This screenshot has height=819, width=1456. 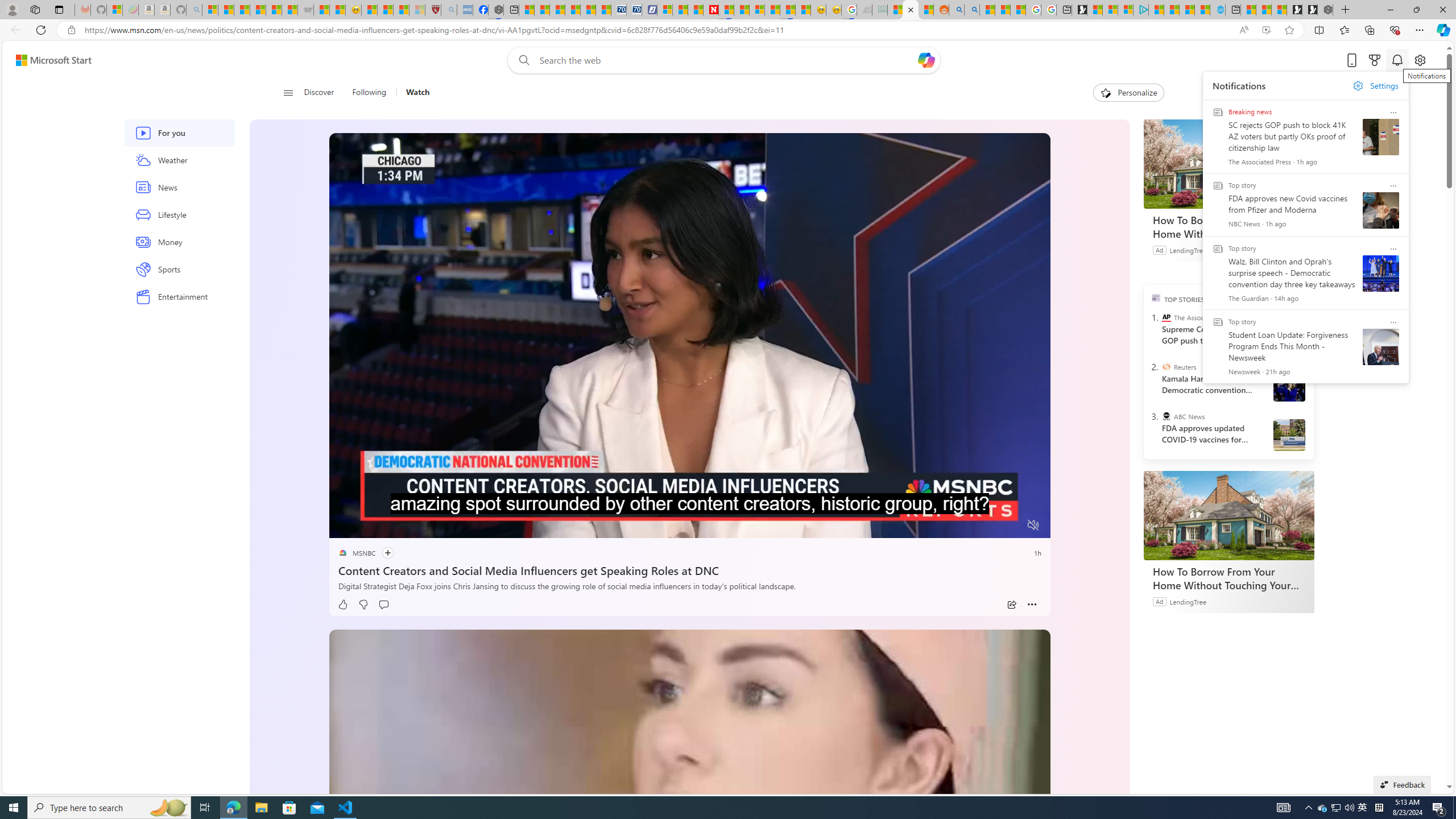 What do you see at coordinates (988, 525) in the screenshot?
I see `'Captions'` at bounding box center [988, 525].